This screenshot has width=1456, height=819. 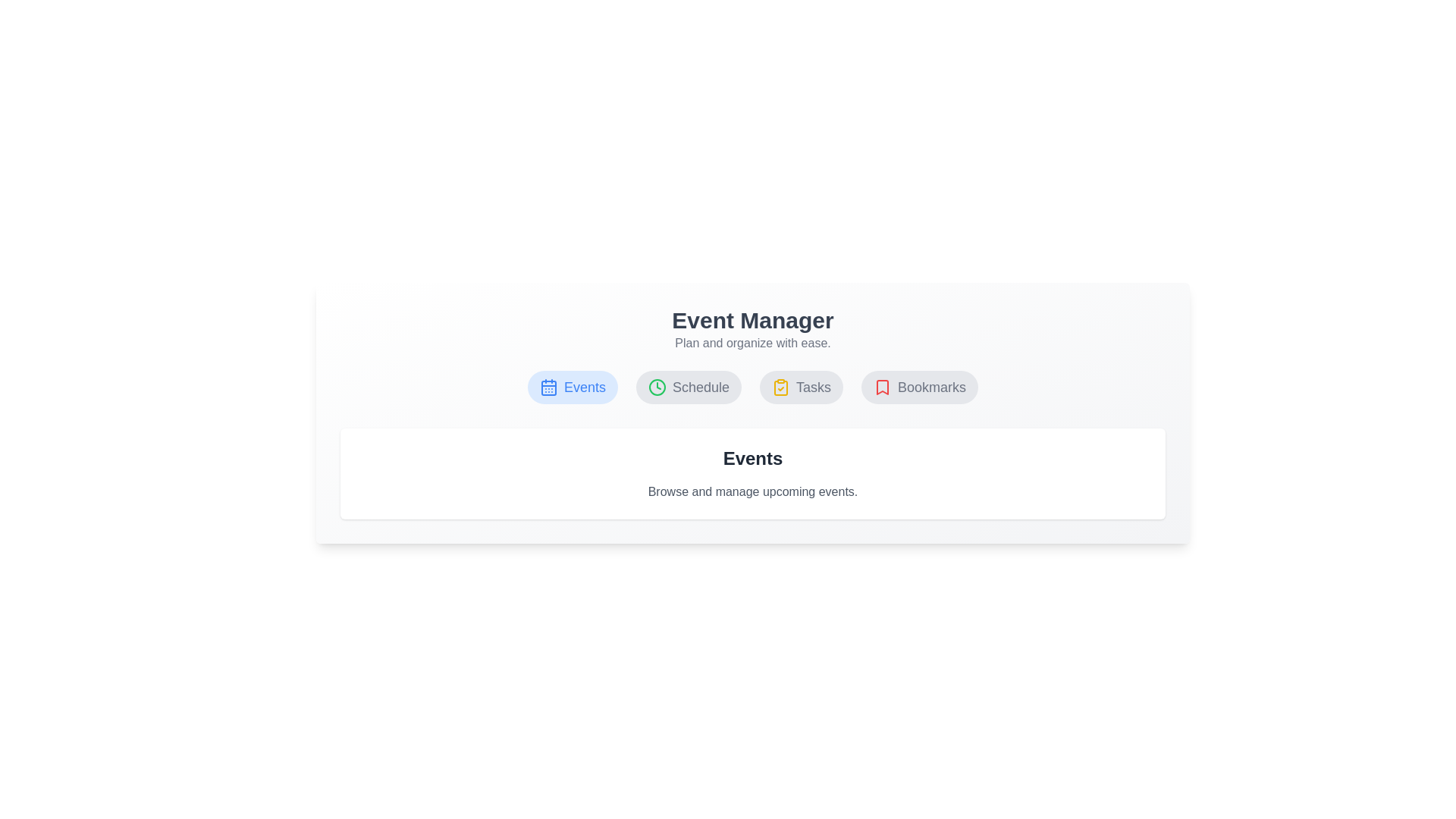 I want to click on the tab button labeled Events to visually focus it, so click(x=571, y=386).